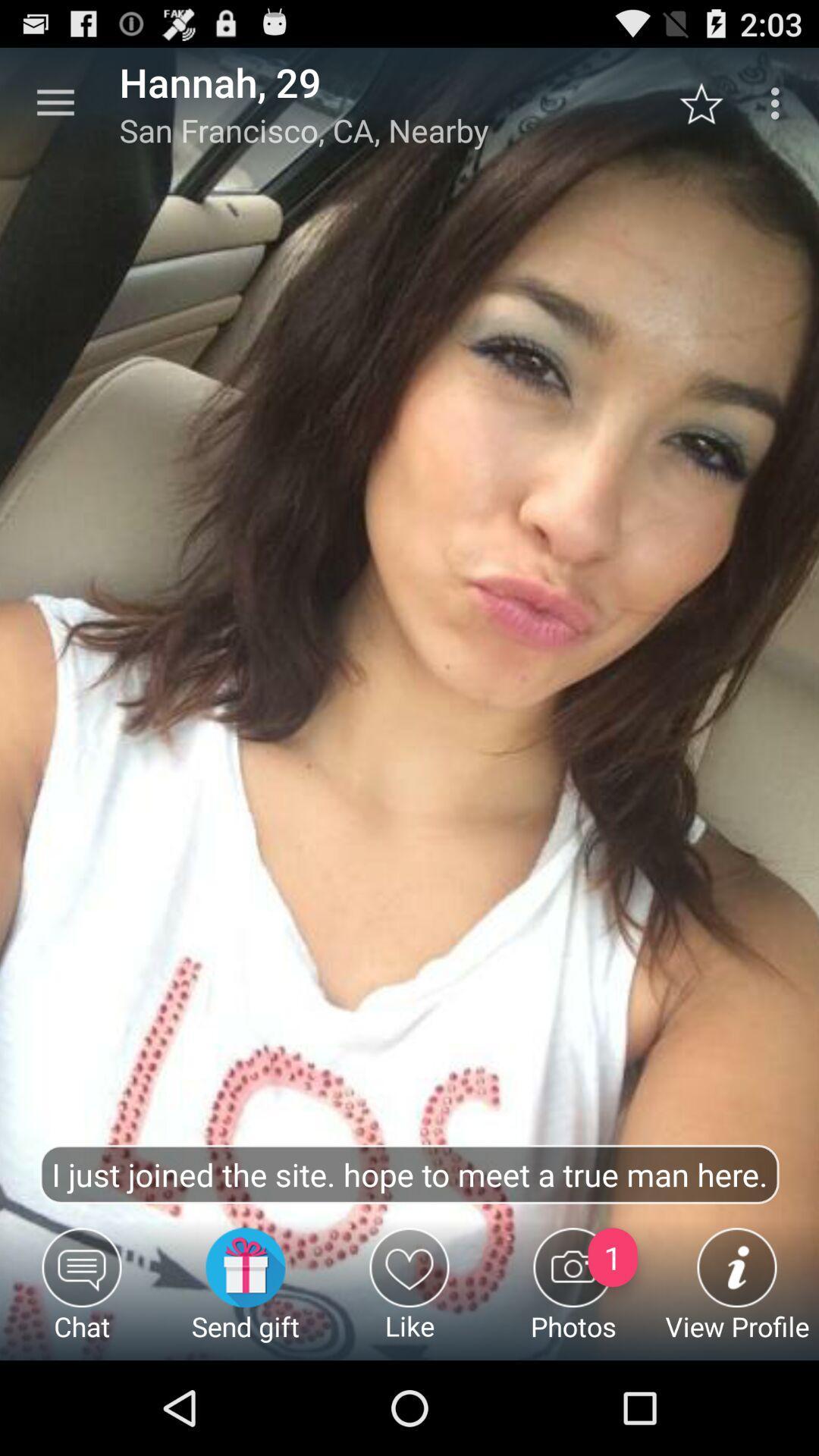  I want to click on icon to the left of the hannah, 29 app, so click(55, 102).